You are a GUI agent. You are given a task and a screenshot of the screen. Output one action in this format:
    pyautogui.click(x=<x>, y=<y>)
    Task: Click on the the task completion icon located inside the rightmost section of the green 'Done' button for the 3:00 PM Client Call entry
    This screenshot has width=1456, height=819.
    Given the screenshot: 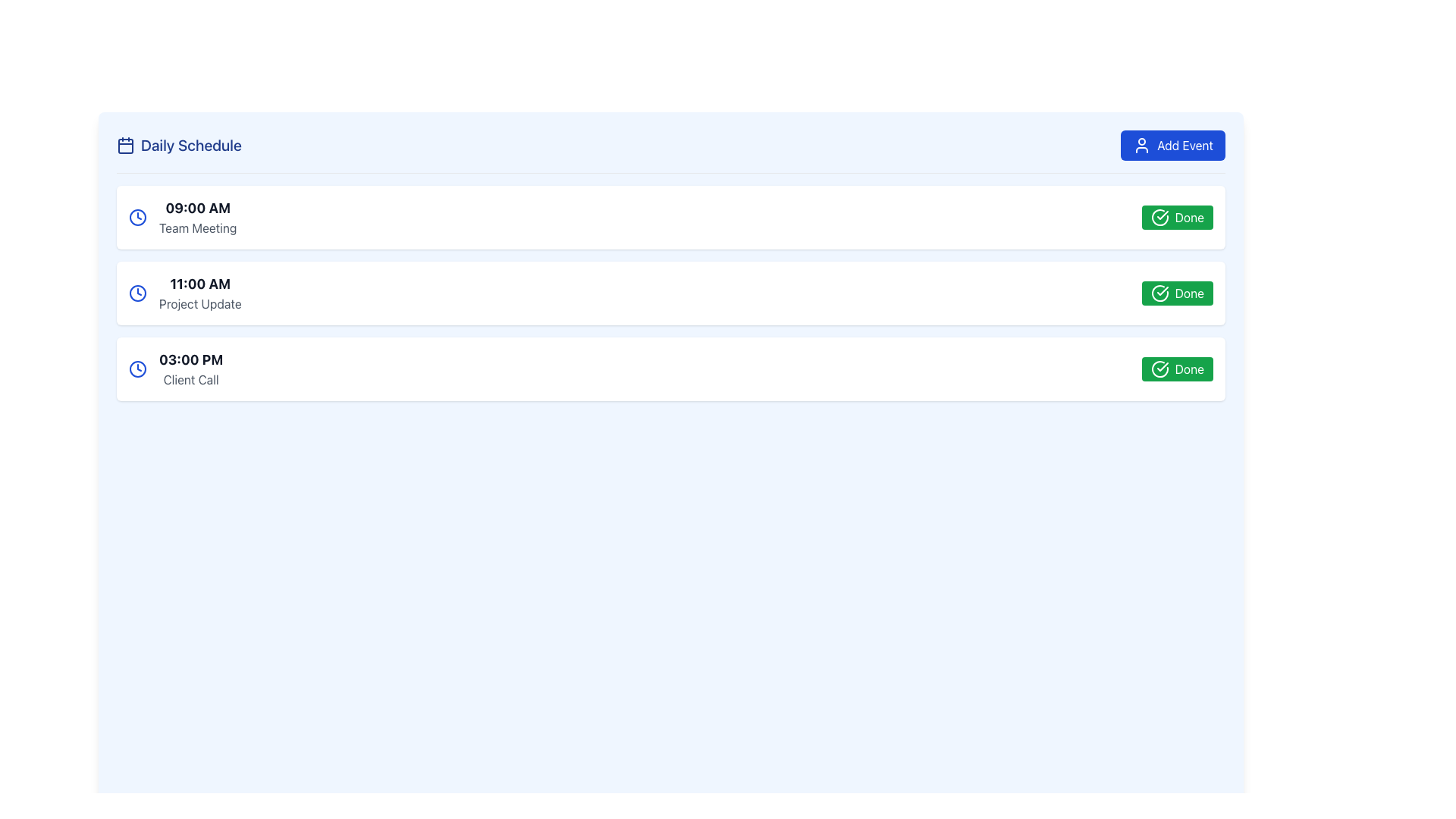 What is the action you would take?
    pyautogui.click(x=1159, y=369)
    